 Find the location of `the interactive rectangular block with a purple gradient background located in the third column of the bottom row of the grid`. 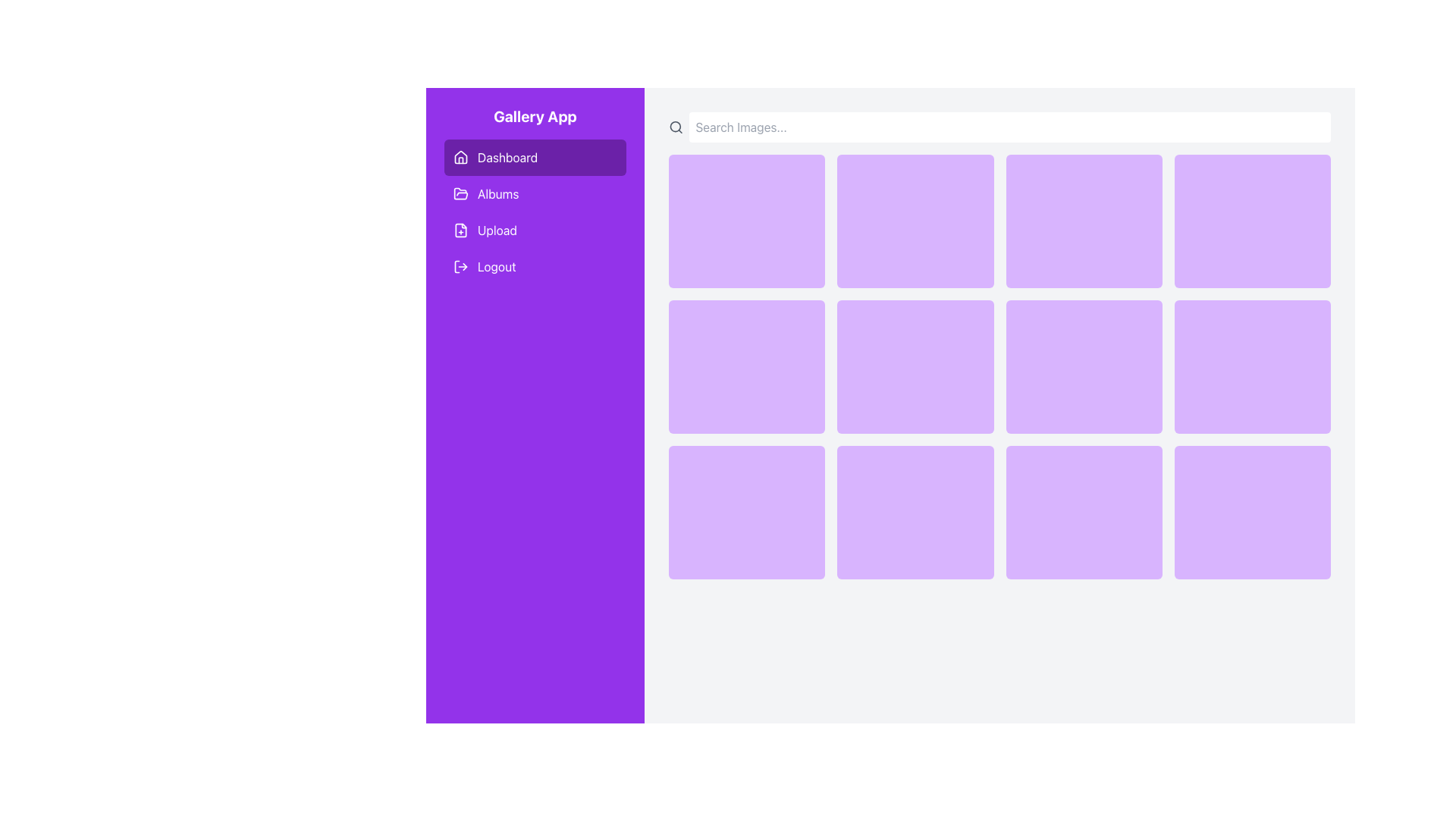

the interactive rectangular block with a purple gradient background located in the third column of the bottom row of the grid is located at coordinates (1083, 512).